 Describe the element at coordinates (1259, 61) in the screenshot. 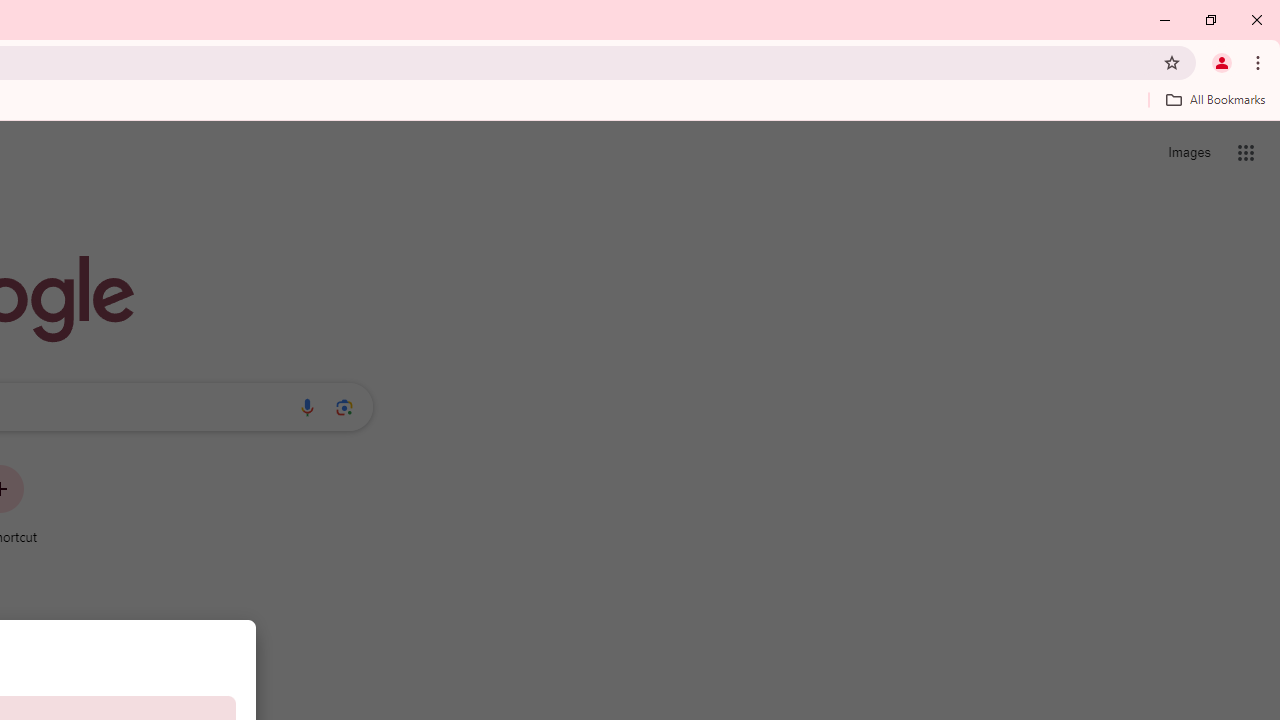

I see `'Chrome'` at that location.